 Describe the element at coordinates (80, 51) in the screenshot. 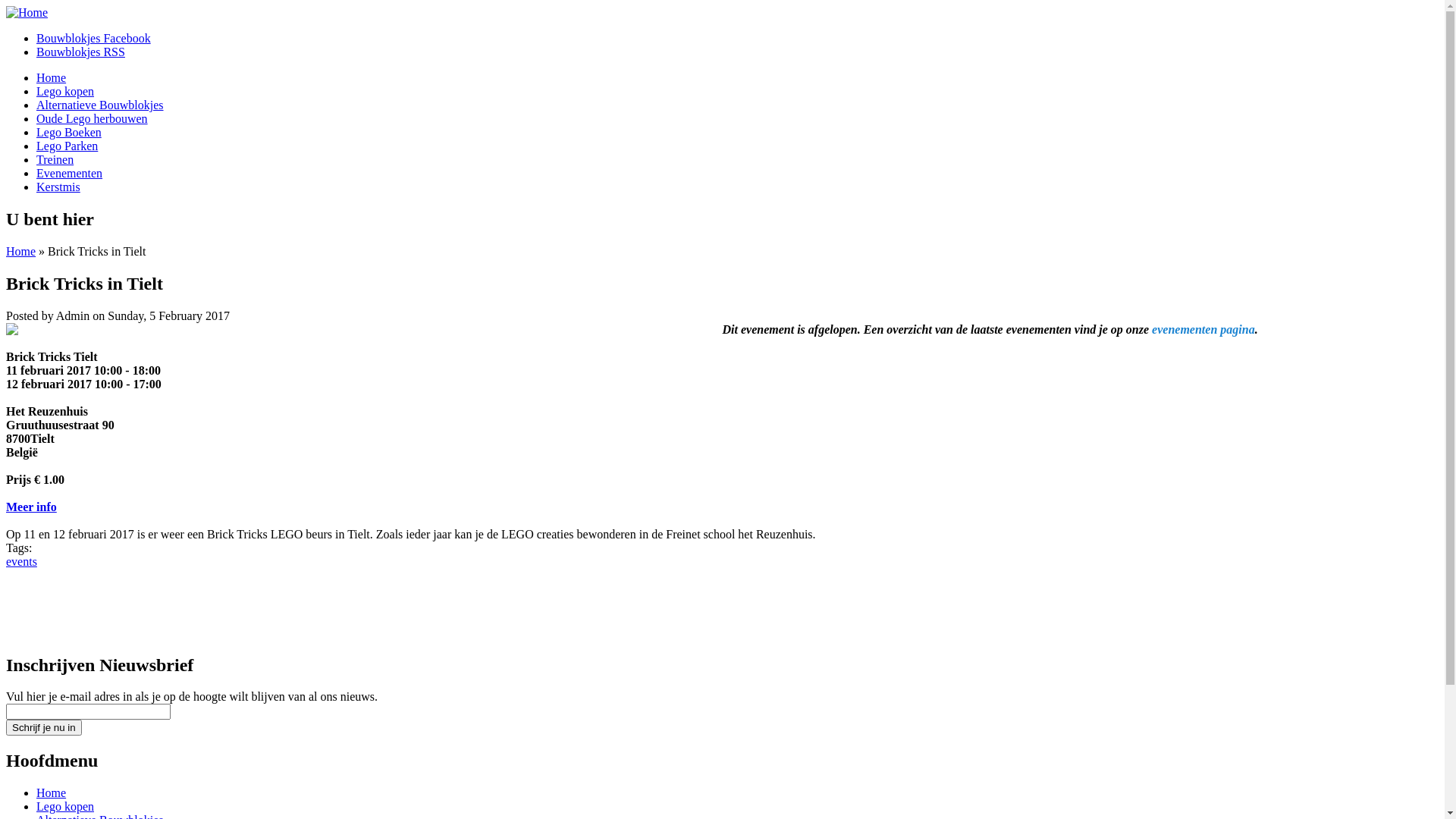

I see `'Bouwblokjes RSS'` at that location.